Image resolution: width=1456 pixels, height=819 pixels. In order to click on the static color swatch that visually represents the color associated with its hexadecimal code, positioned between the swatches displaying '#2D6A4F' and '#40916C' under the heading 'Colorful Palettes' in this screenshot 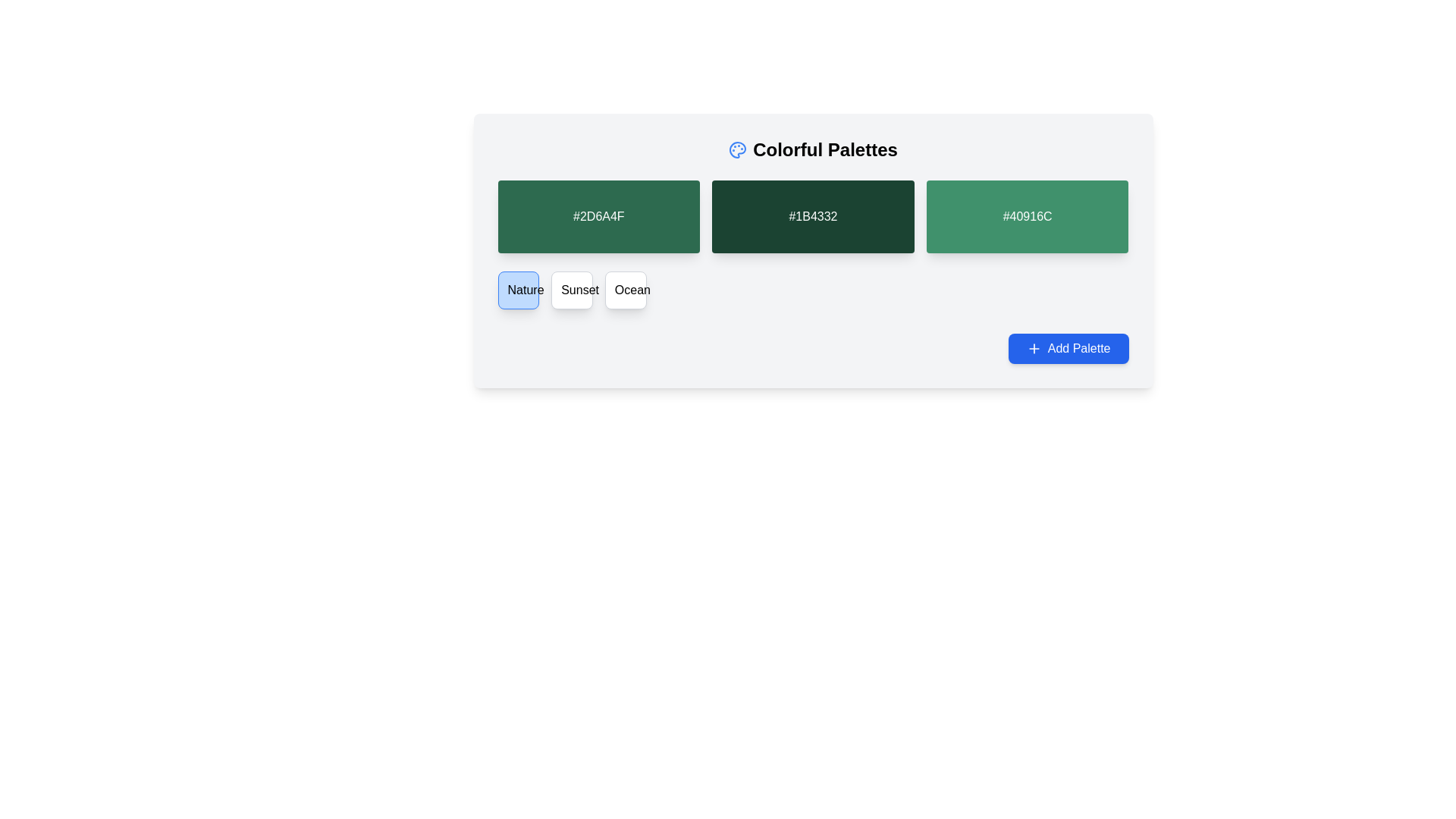, I will do `click(812, 216)`.